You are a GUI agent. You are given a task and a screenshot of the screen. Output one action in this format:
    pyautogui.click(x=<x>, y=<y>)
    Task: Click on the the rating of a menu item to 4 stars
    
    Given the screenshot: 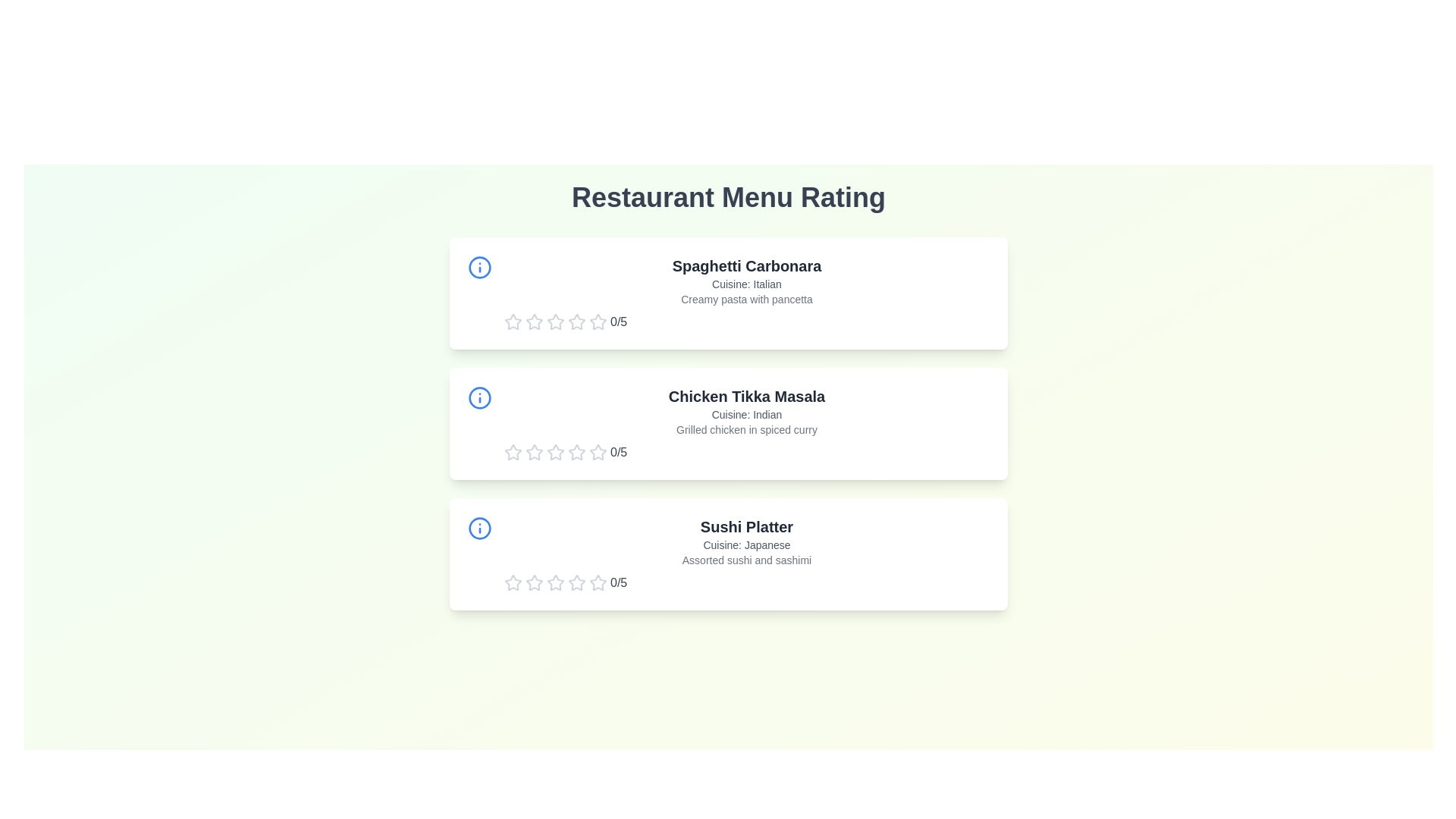 What is the action you would take?
    pyautogui.click(x=576, y=321)
    